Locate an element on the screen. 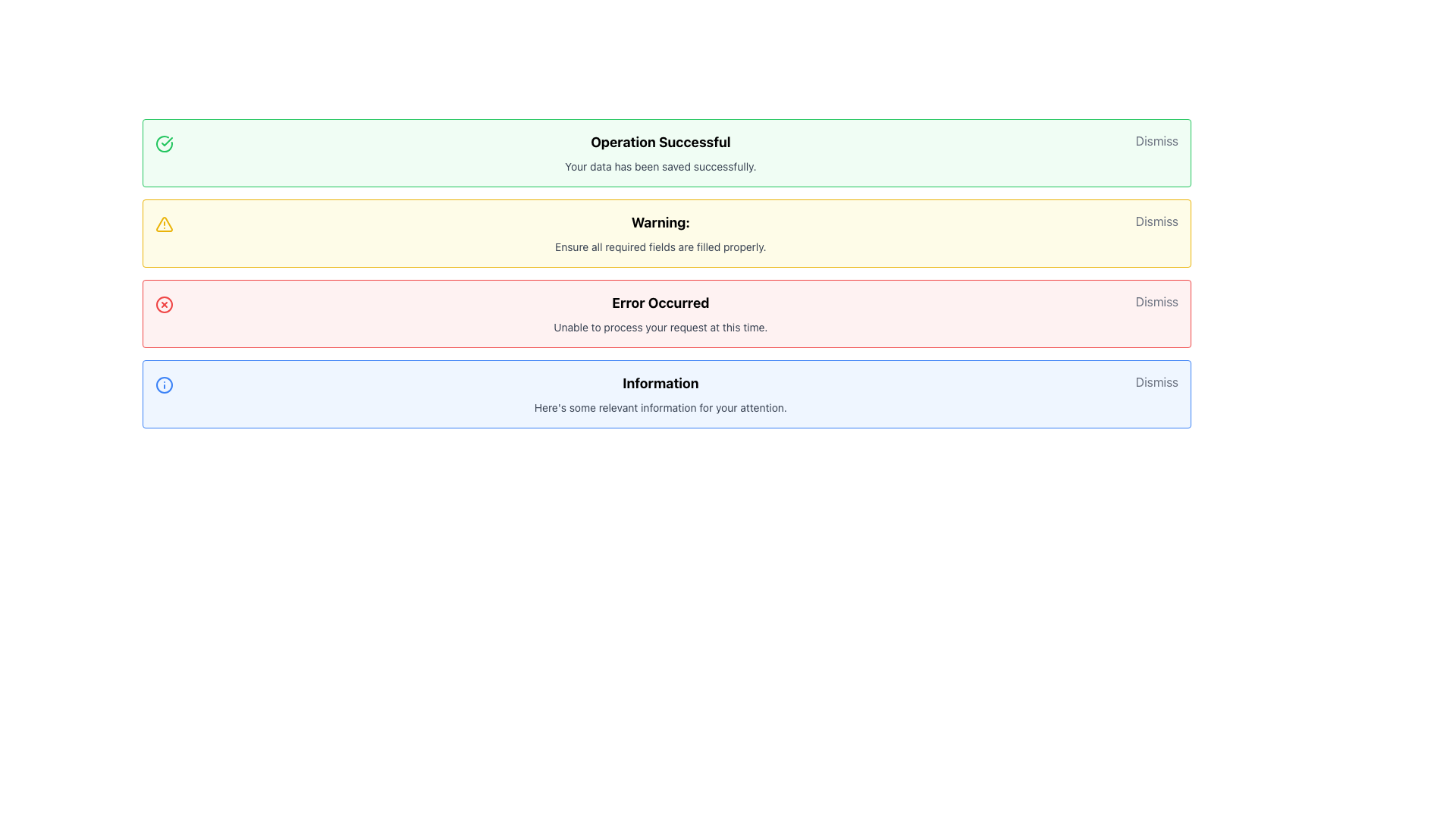 Image resolution: width=1456 pixels, height=819 pixels. the informational message box with a red border and light red background that displays the message 'Error Occurred' is located at coordinates (661, 312).